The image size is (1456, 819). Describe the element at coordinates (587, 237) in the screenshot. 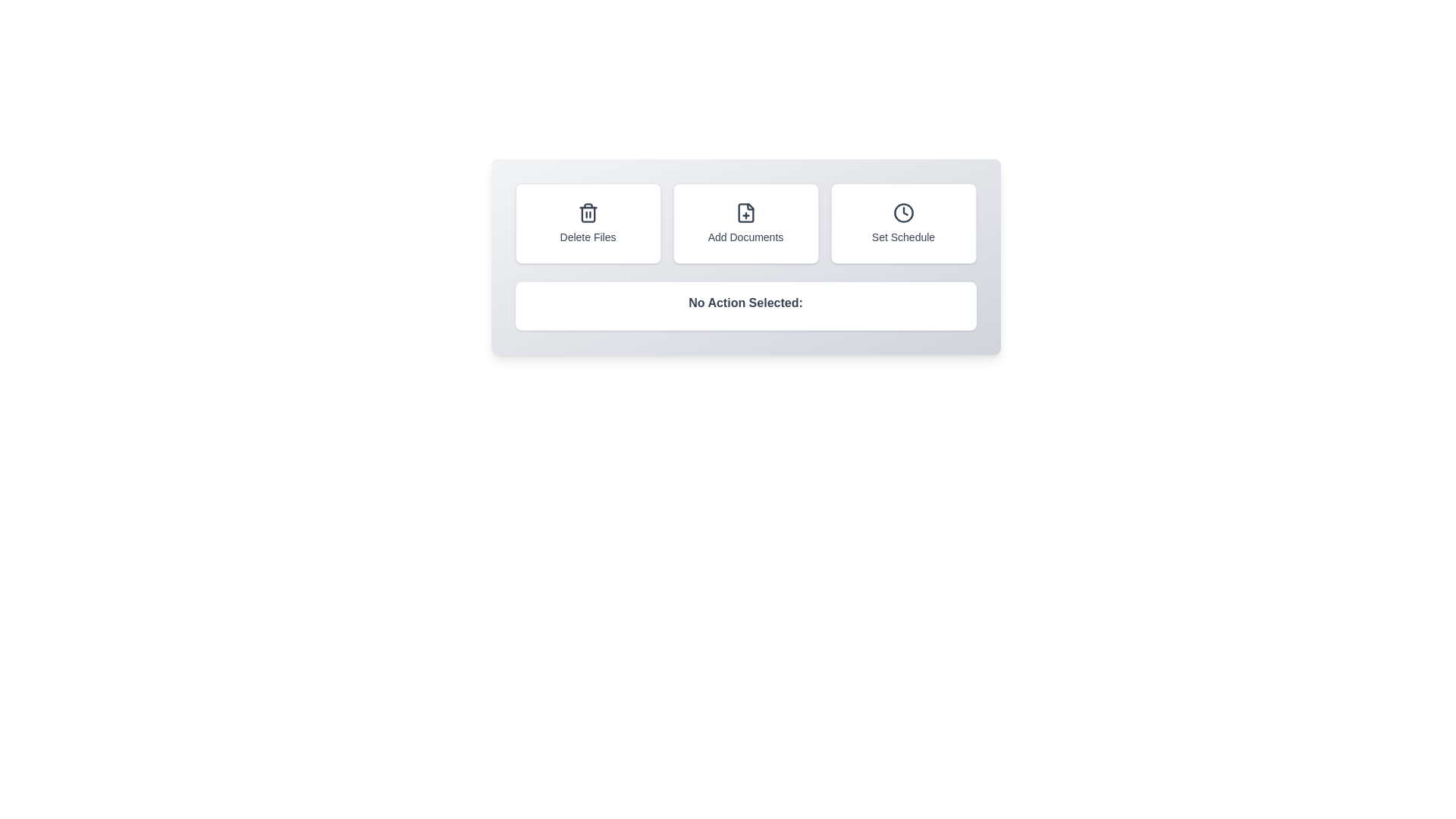

I see `the 'Delete Files' button which is the leftmost button in the interface, located beneath a waste bin icon` at that location.